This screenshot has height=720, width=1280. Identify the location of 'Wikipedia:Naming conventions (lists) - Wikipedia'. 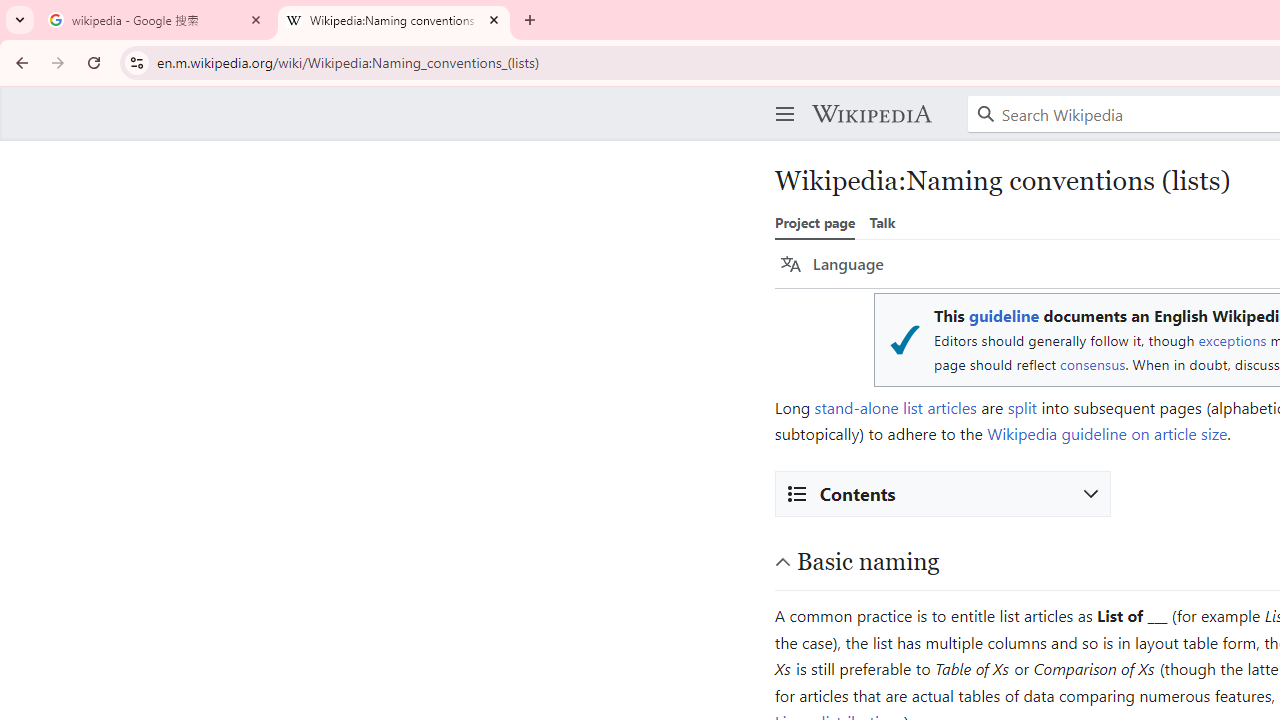
(394, 20).